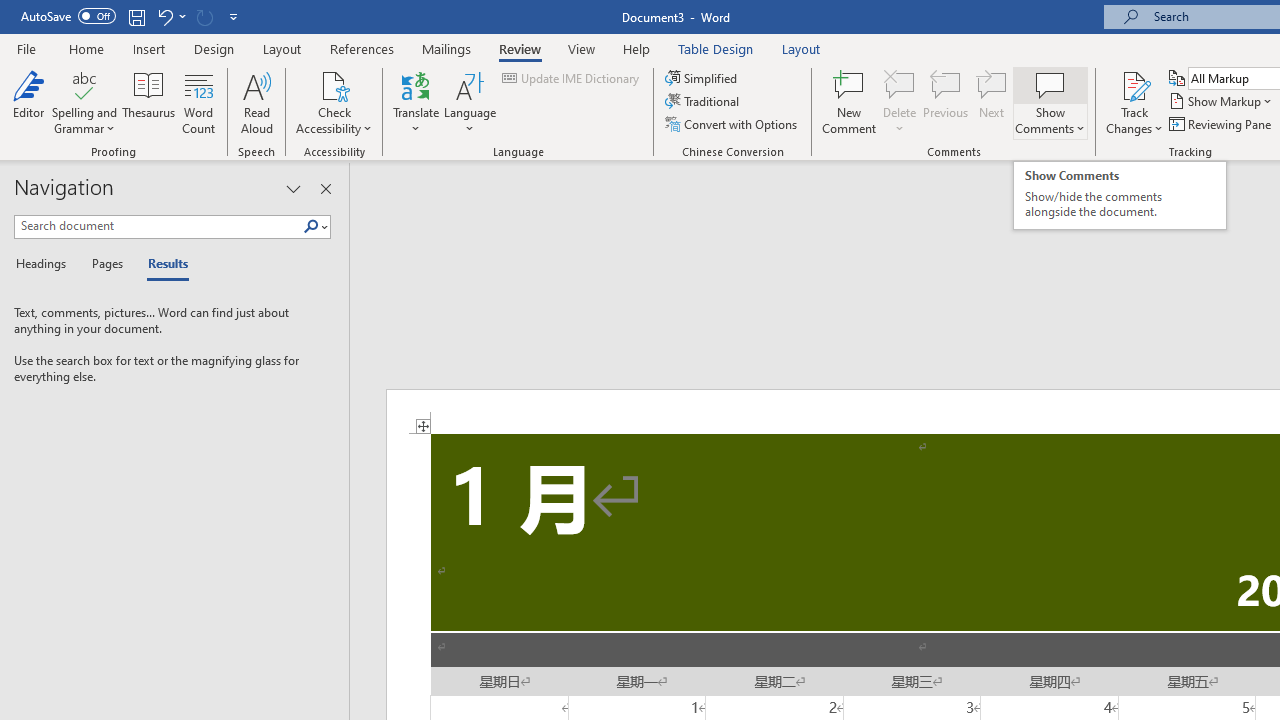 The image size is (1280, 720). I want to click on 'Track Changes', so click(1134, 103).